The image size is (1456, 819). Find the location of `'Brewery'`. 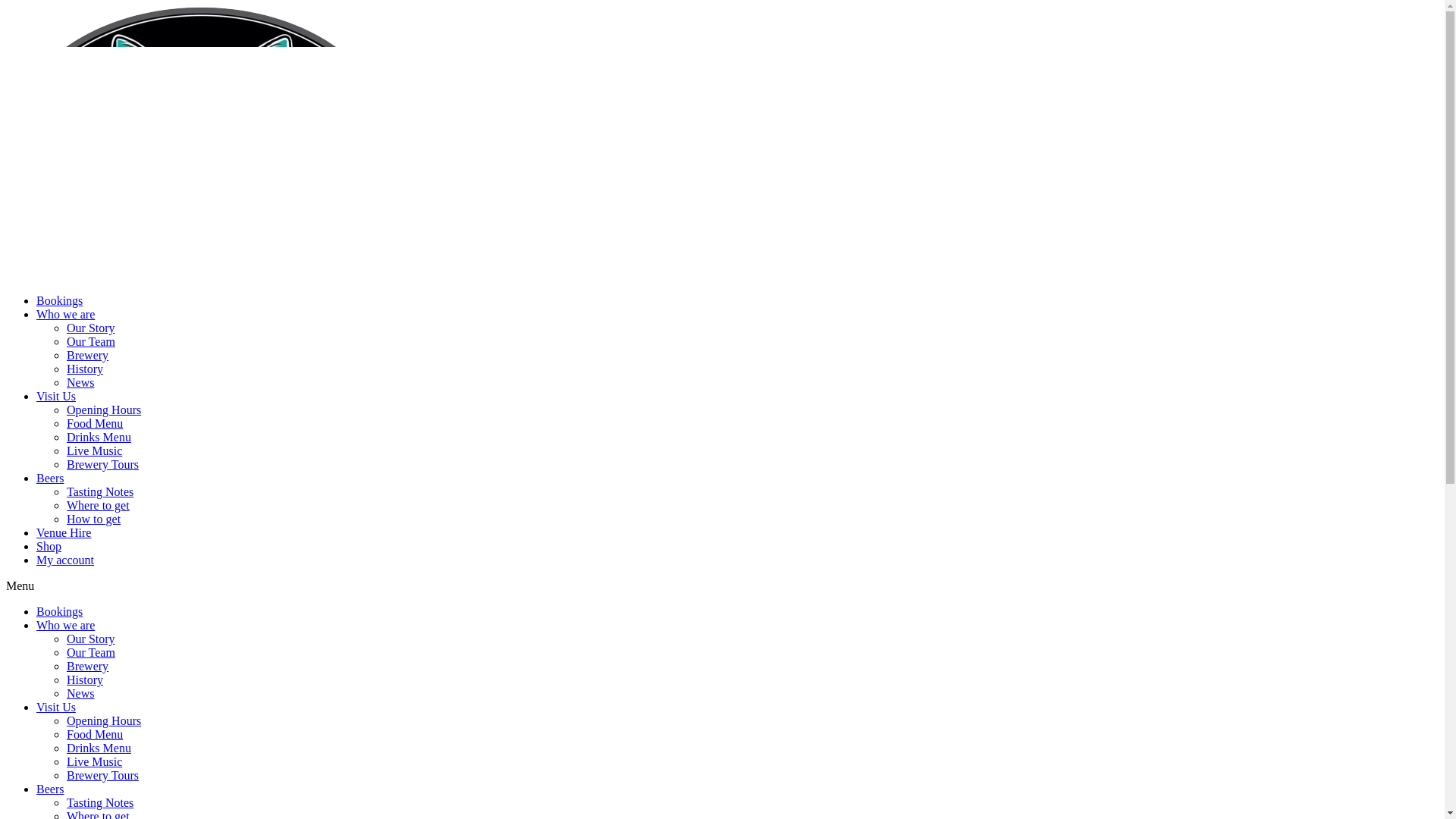

'Brewery' is located at coordinates (65, 355).